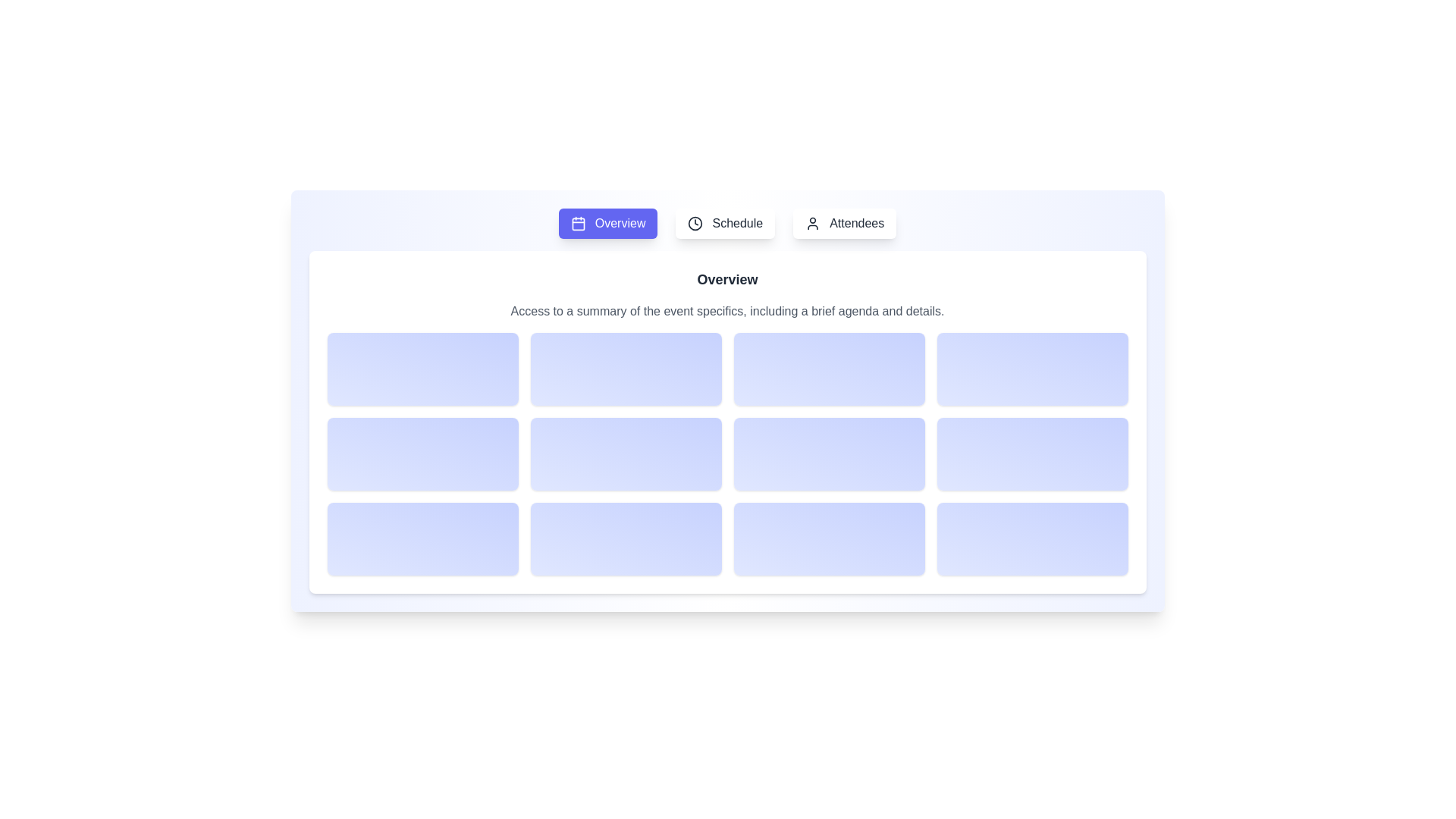  What do you see at coordinates (843, 223) in the screenshot?
I see `the Attendees button to observe the visual effect` at bounding box center [843, 223].